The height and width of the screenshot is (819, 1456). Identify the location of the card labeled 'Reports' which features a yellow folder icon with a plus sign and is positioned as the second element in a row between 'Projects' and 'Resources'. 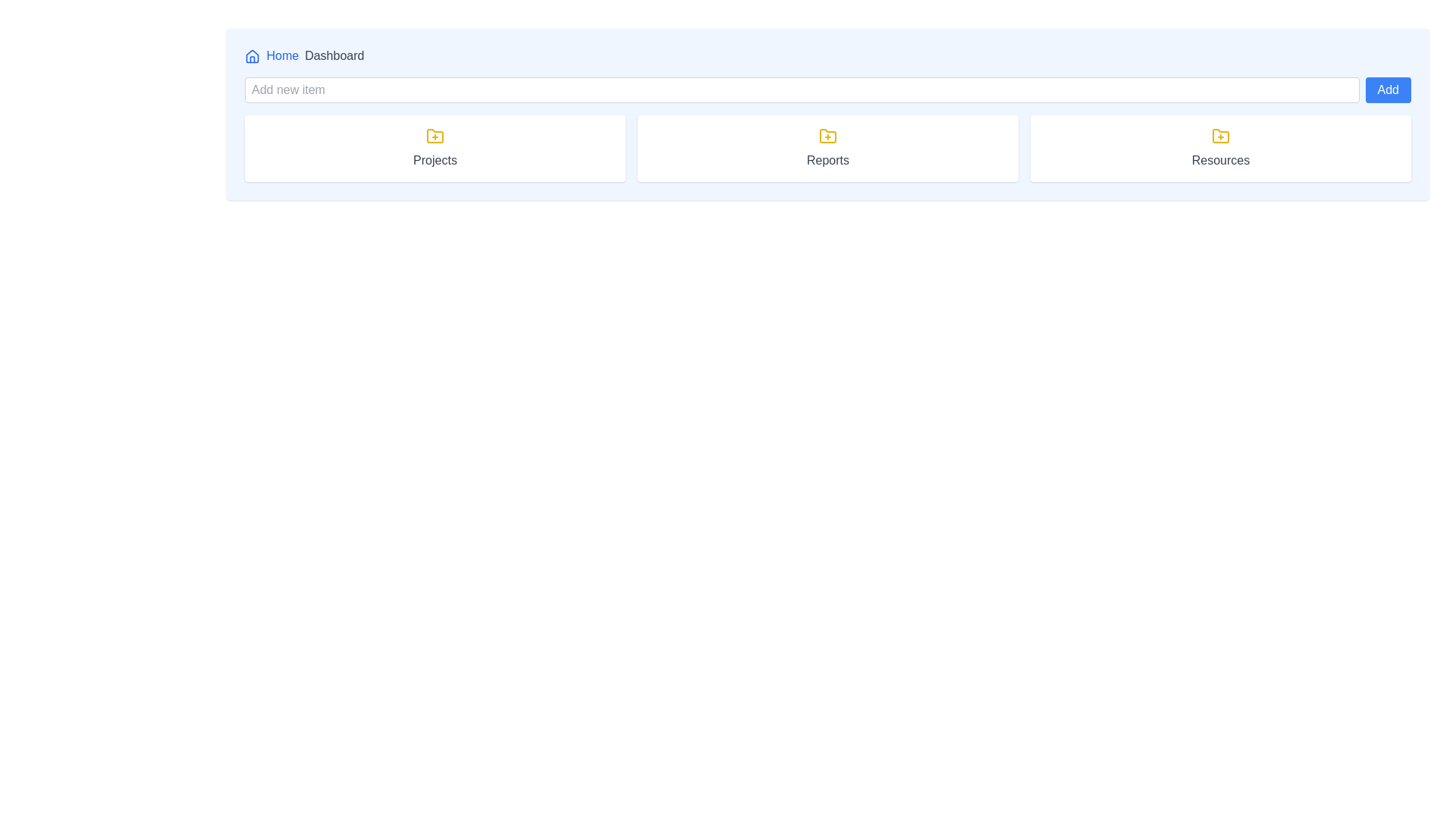
(827, 149).